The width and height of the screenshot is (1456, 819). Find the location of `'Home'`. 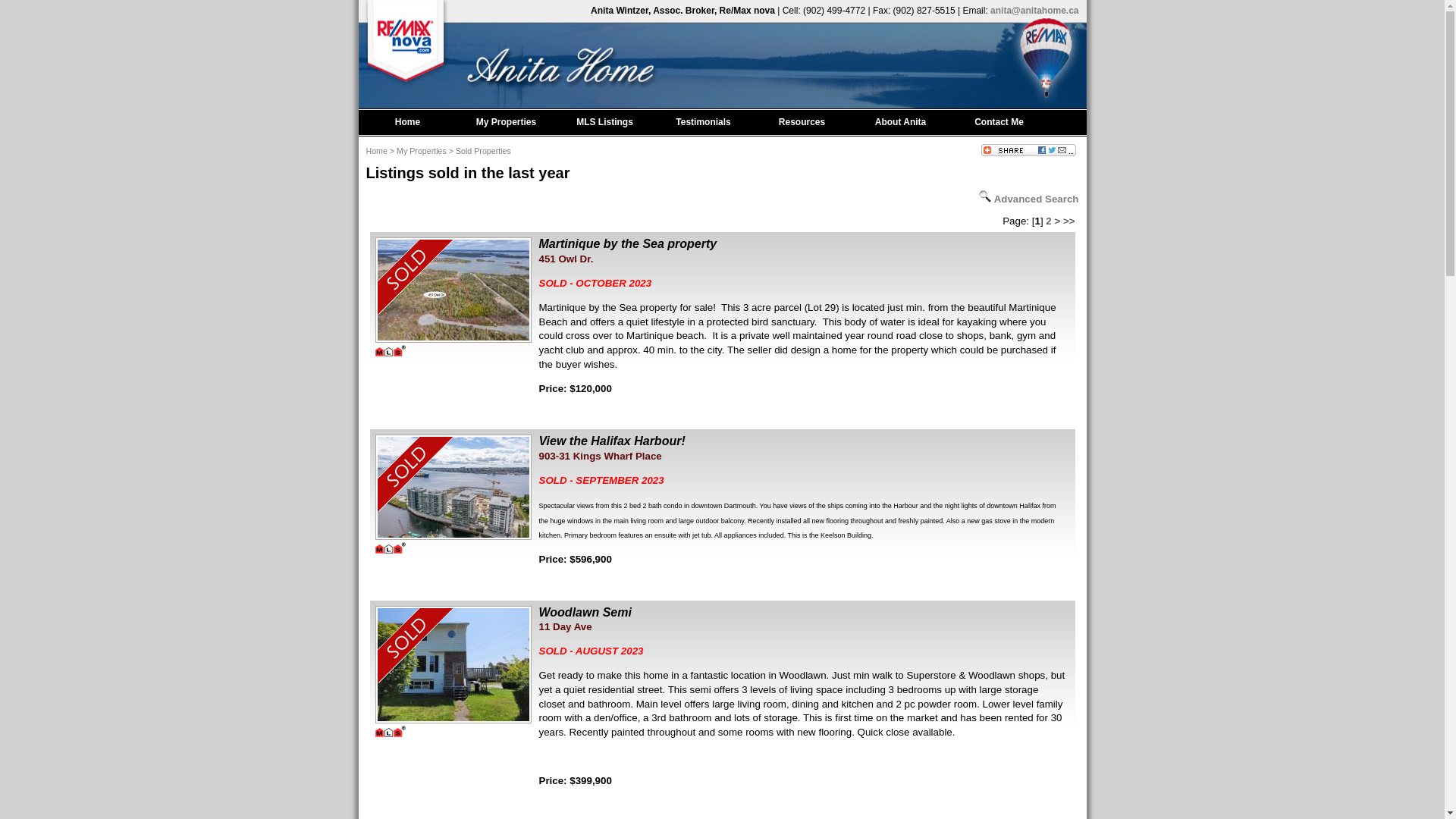

'Home' is located at coordinates (375, 151).